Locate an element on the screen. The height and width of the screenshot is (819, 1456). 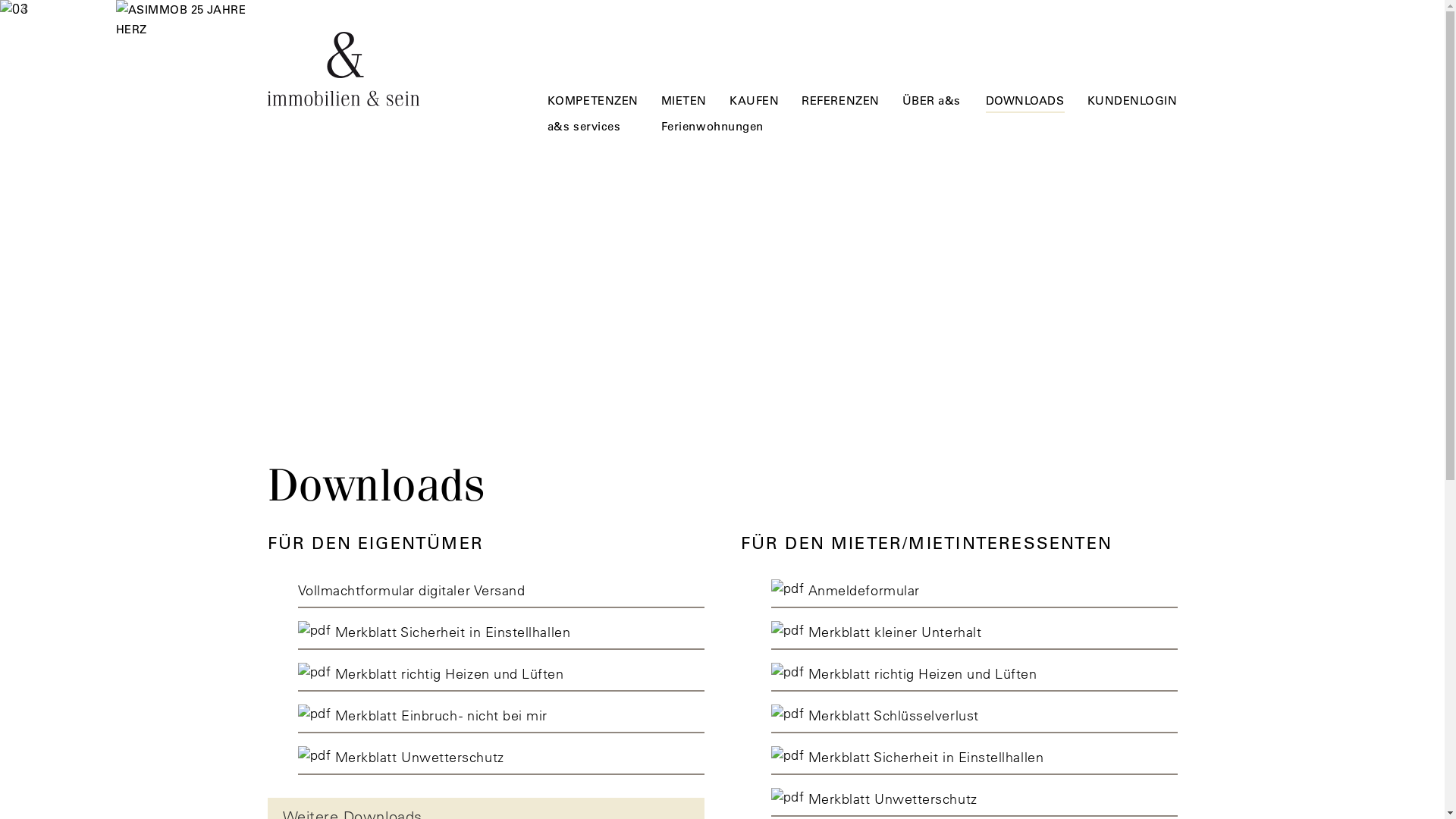
'DOWNLOADS' is located at coordinates (1025, 102).